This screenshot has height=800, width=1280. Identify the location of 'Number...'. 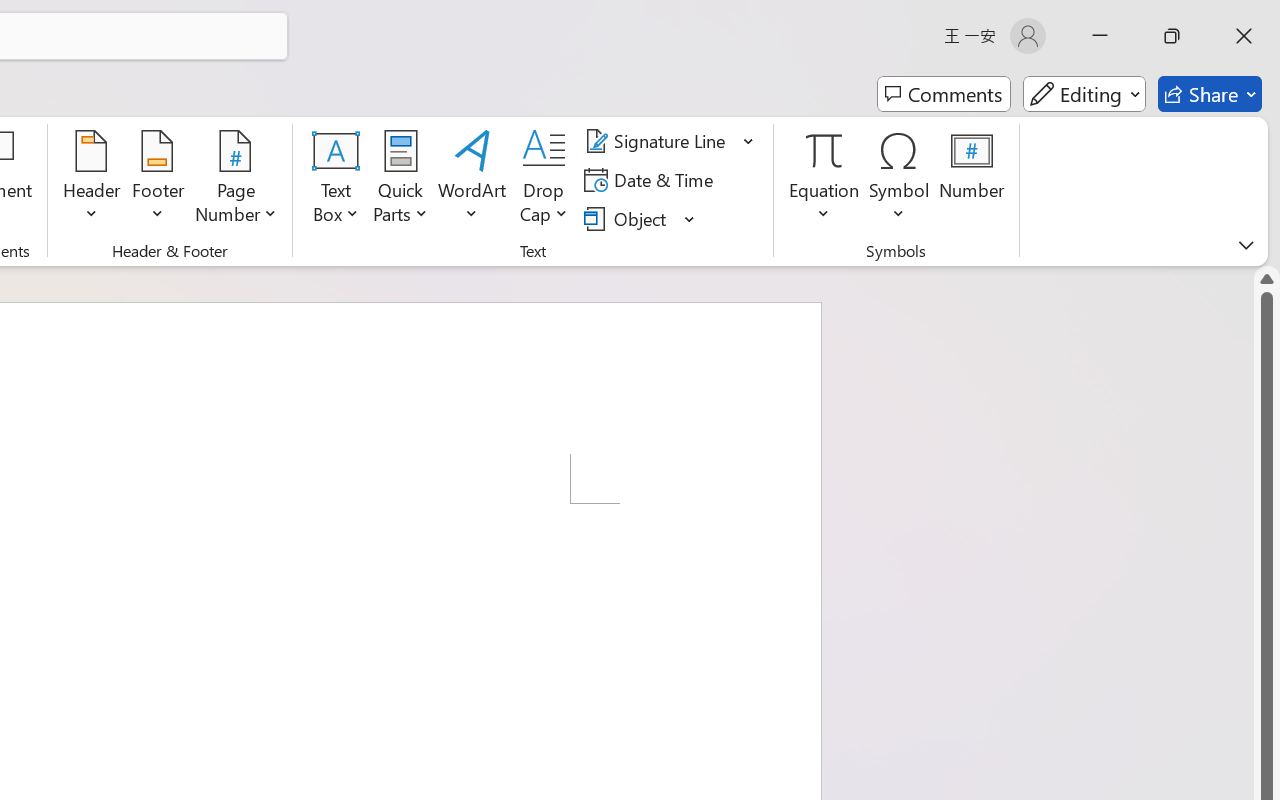
(972, 179).